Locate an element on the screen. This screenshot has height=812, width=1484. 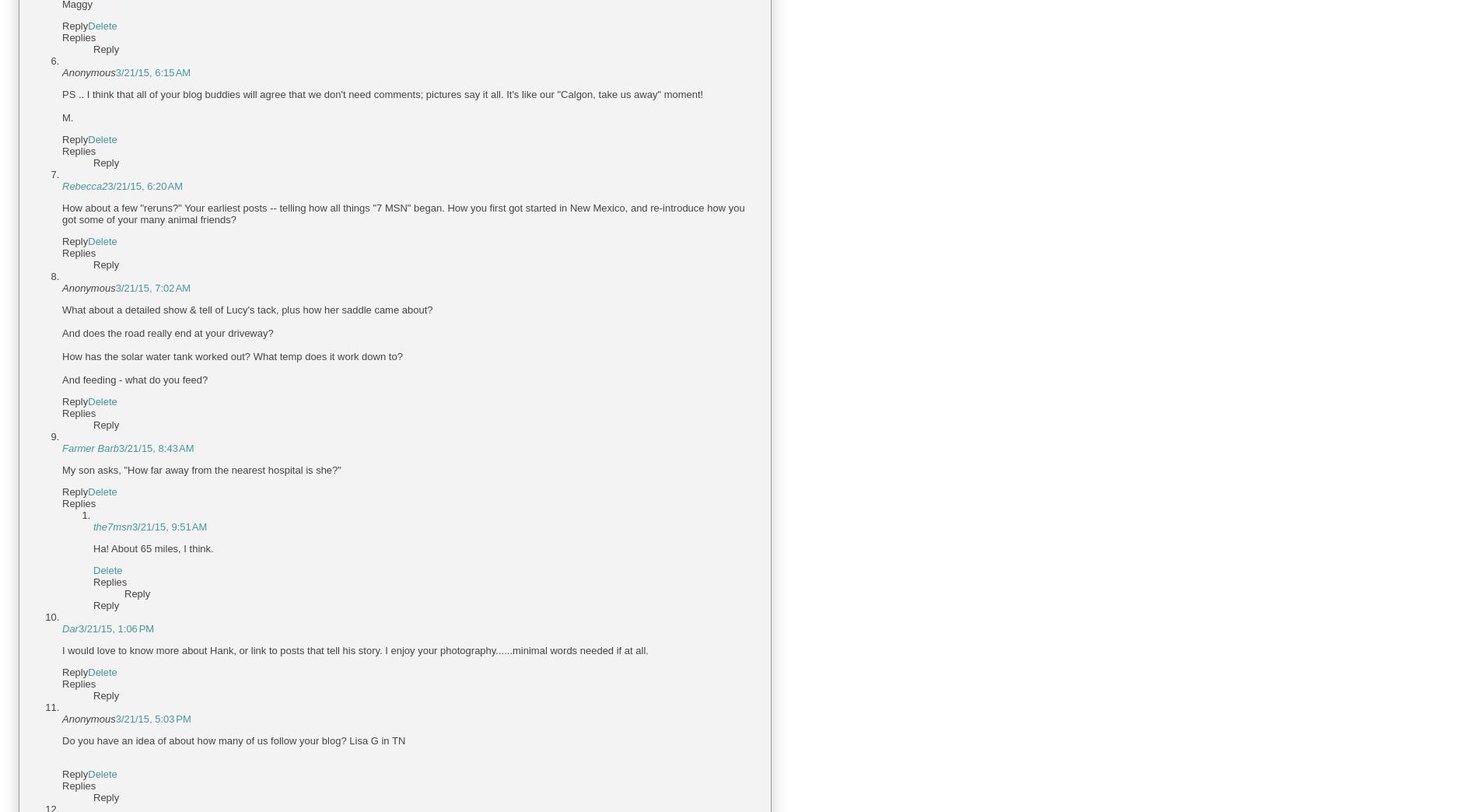
'M.' is located at coordinates (67, 117).